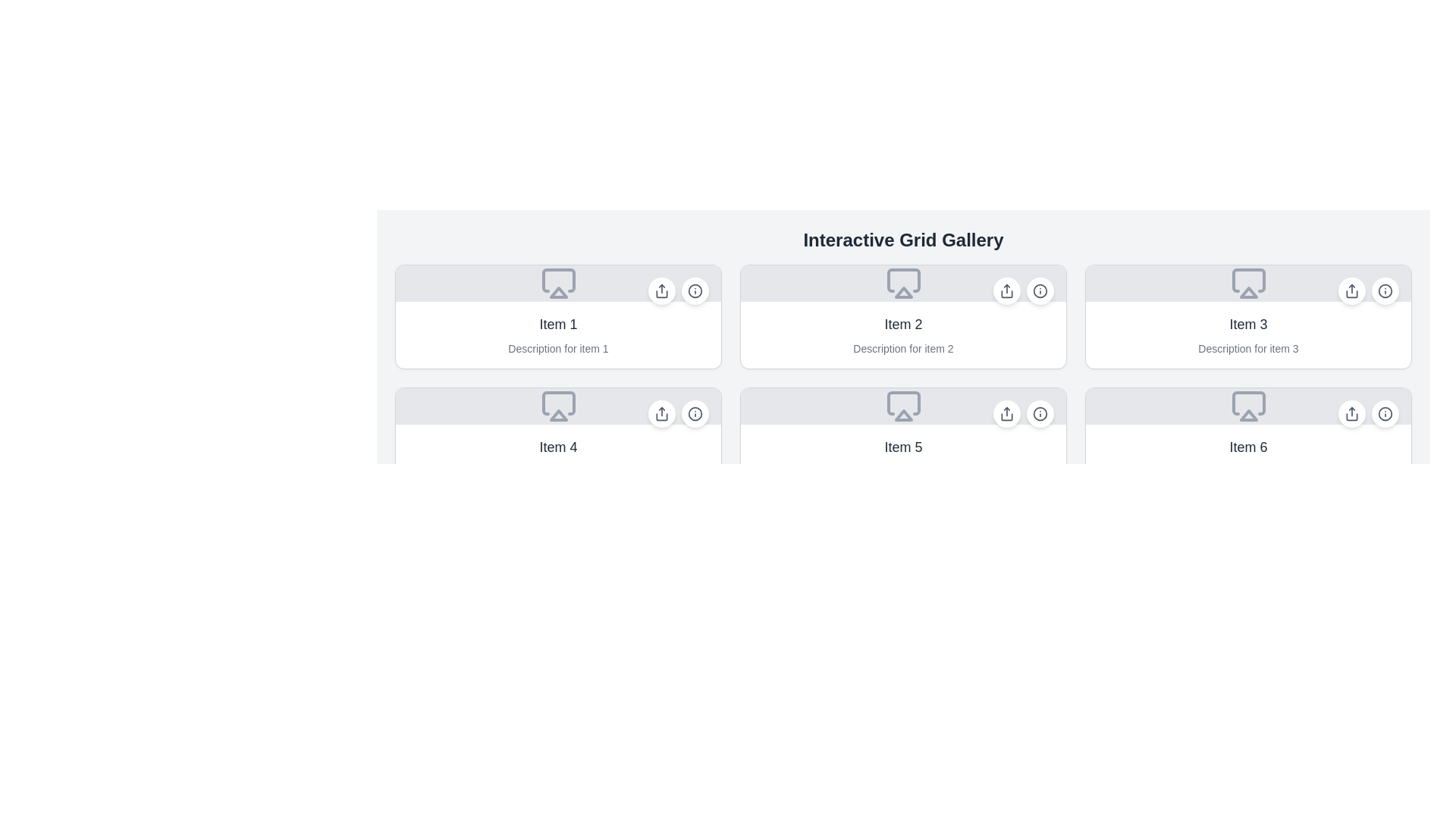 This screenshot has height=819, width=1456. I want to click on the semi-transparent overlay within the card labeled 'Item 6' in the grid layout, so click(1248, 439).